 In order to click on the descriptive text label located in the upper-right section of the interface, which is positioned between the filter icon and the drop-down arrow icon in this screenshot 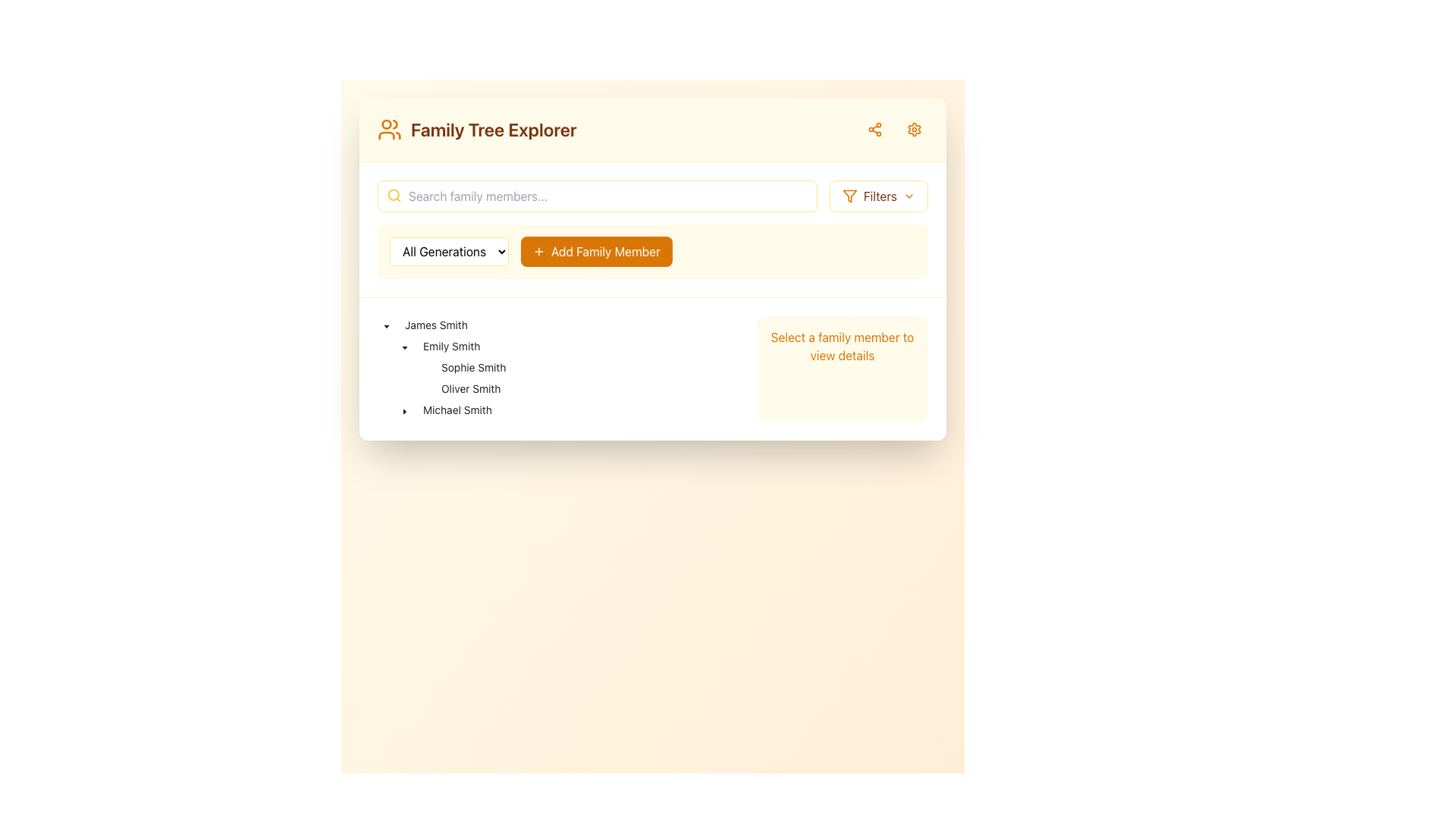, I will do `click(880, 195)`.